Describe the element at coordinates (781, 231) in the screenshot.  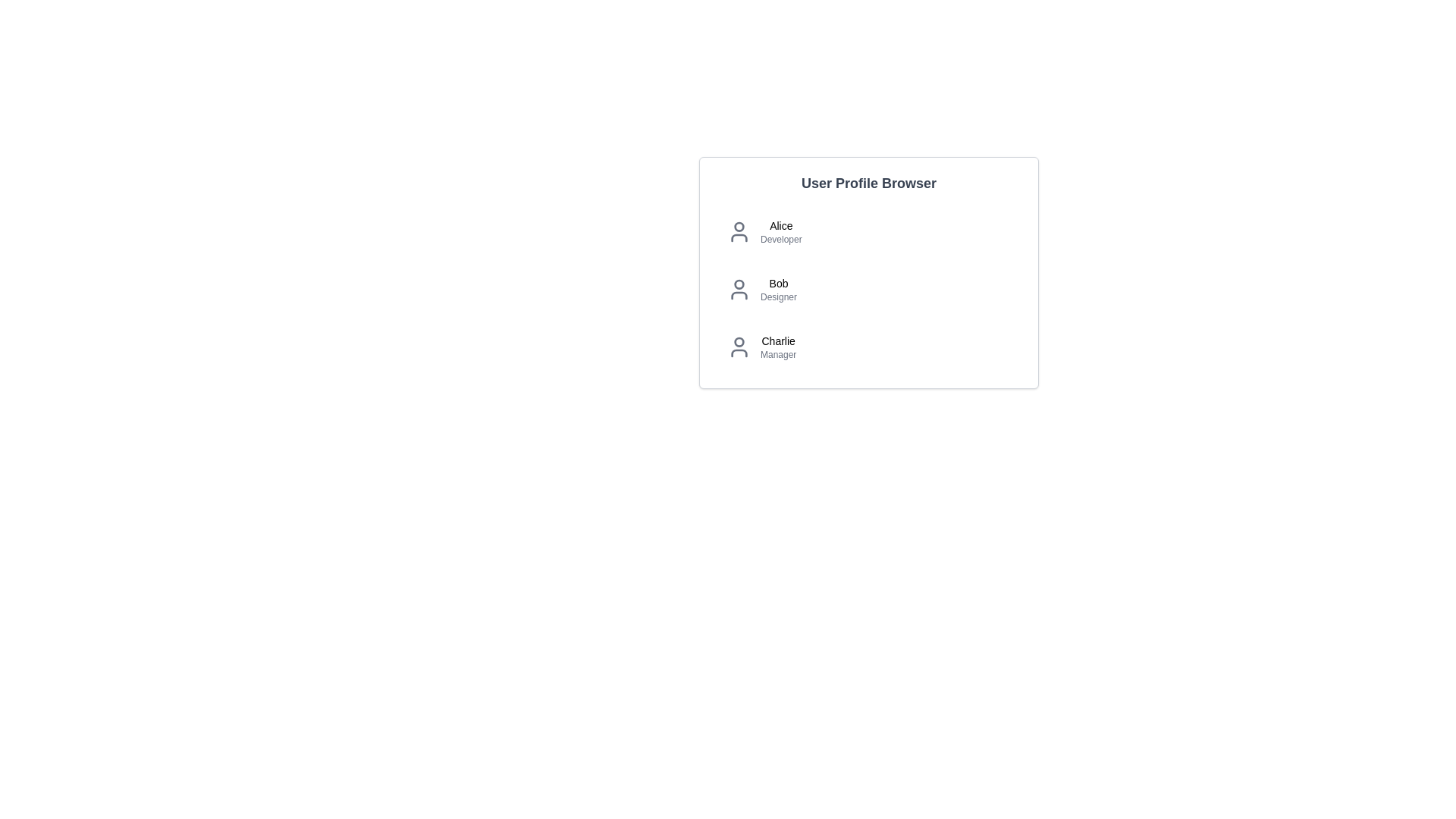
I see `the composite text element displaying the name 'Alice' and the role 'Developer', which is the first user entry in the vertical list` at that location.